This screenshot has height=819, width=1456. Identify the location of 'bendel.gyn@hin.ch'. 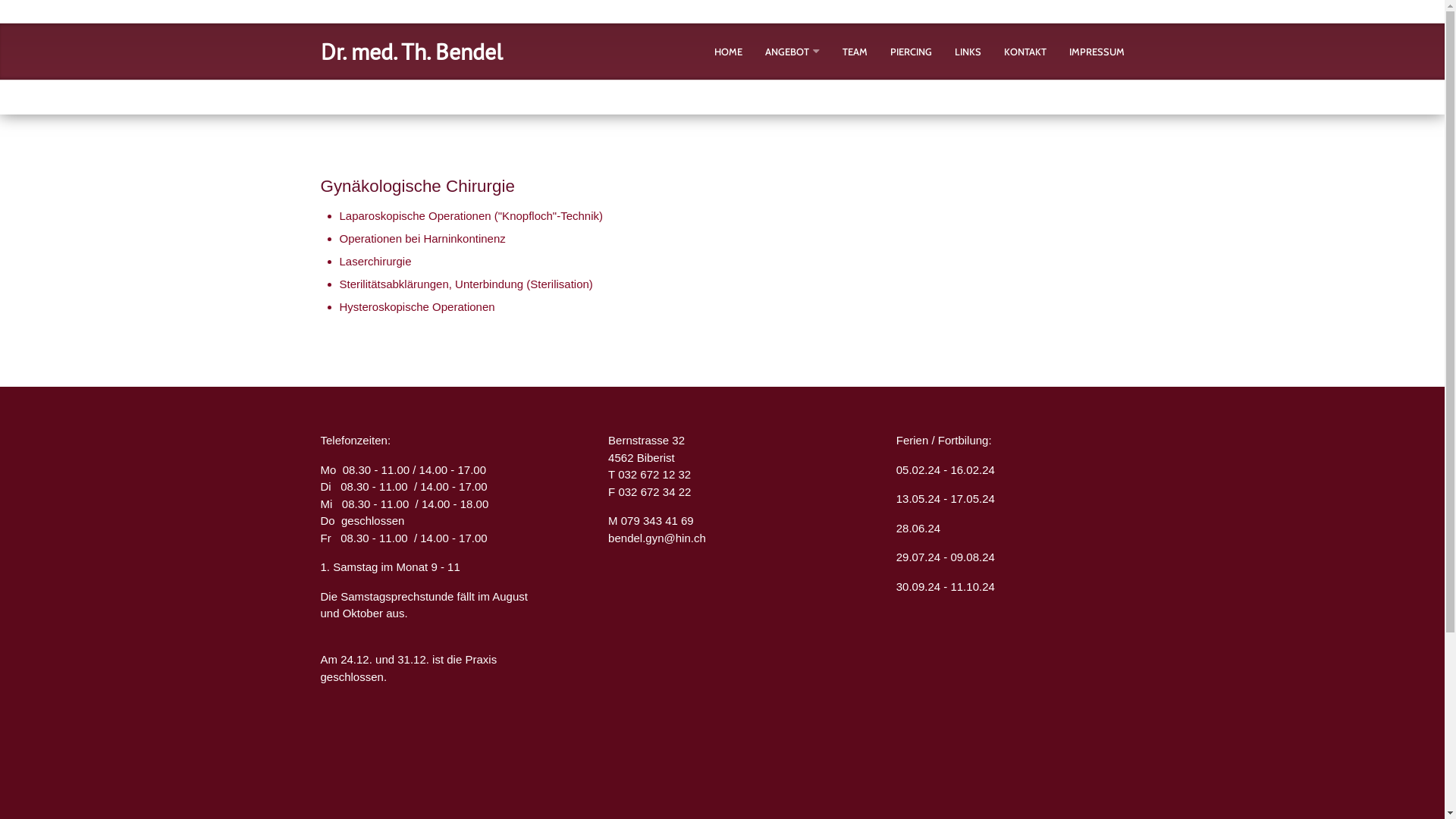
(607, 537).